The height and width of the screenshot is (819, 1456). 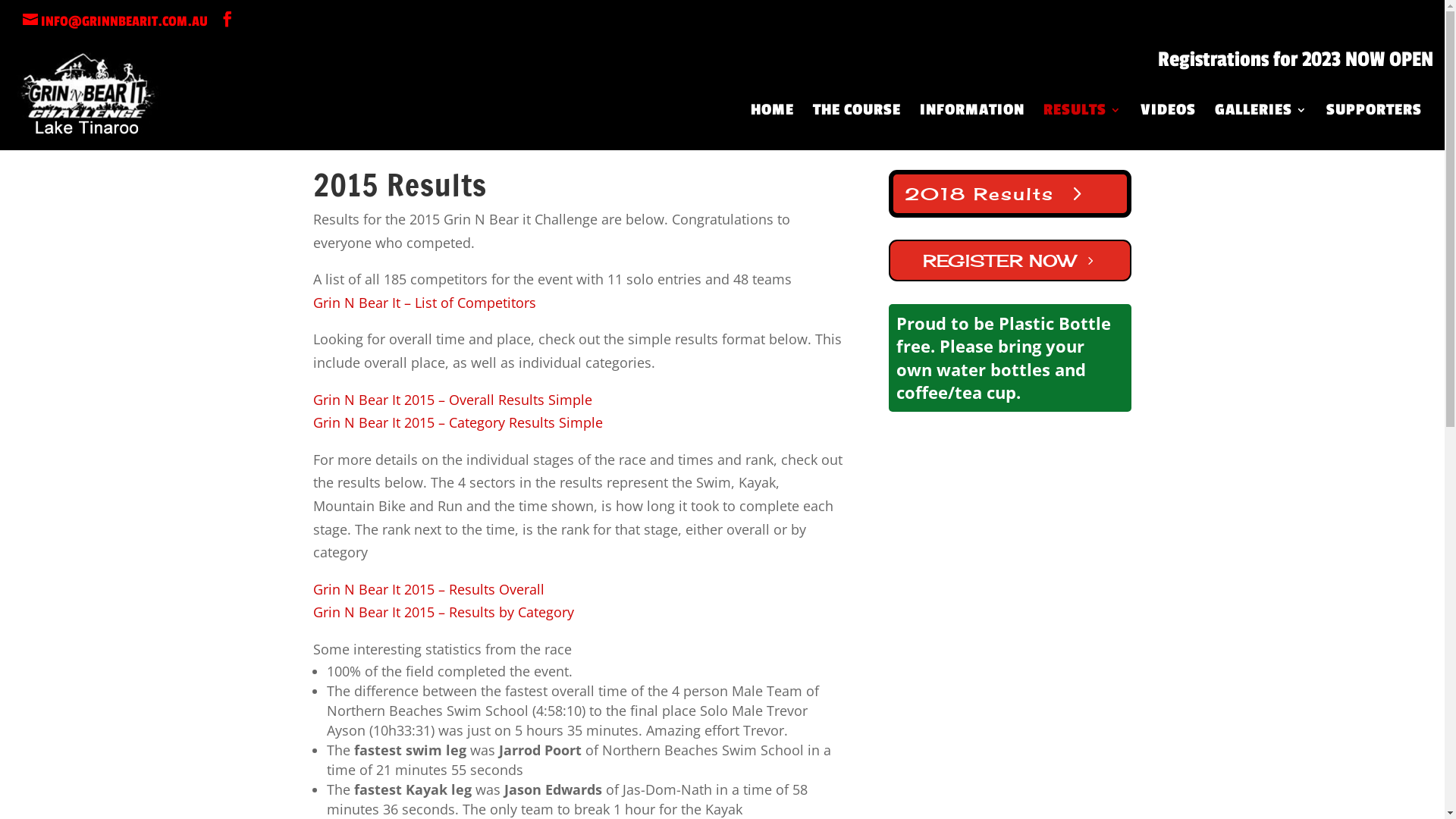 What do you see at coordinates (856, 127) in the screenshot?
I see `'THE COURSE'` at bounding box center [856, 127].